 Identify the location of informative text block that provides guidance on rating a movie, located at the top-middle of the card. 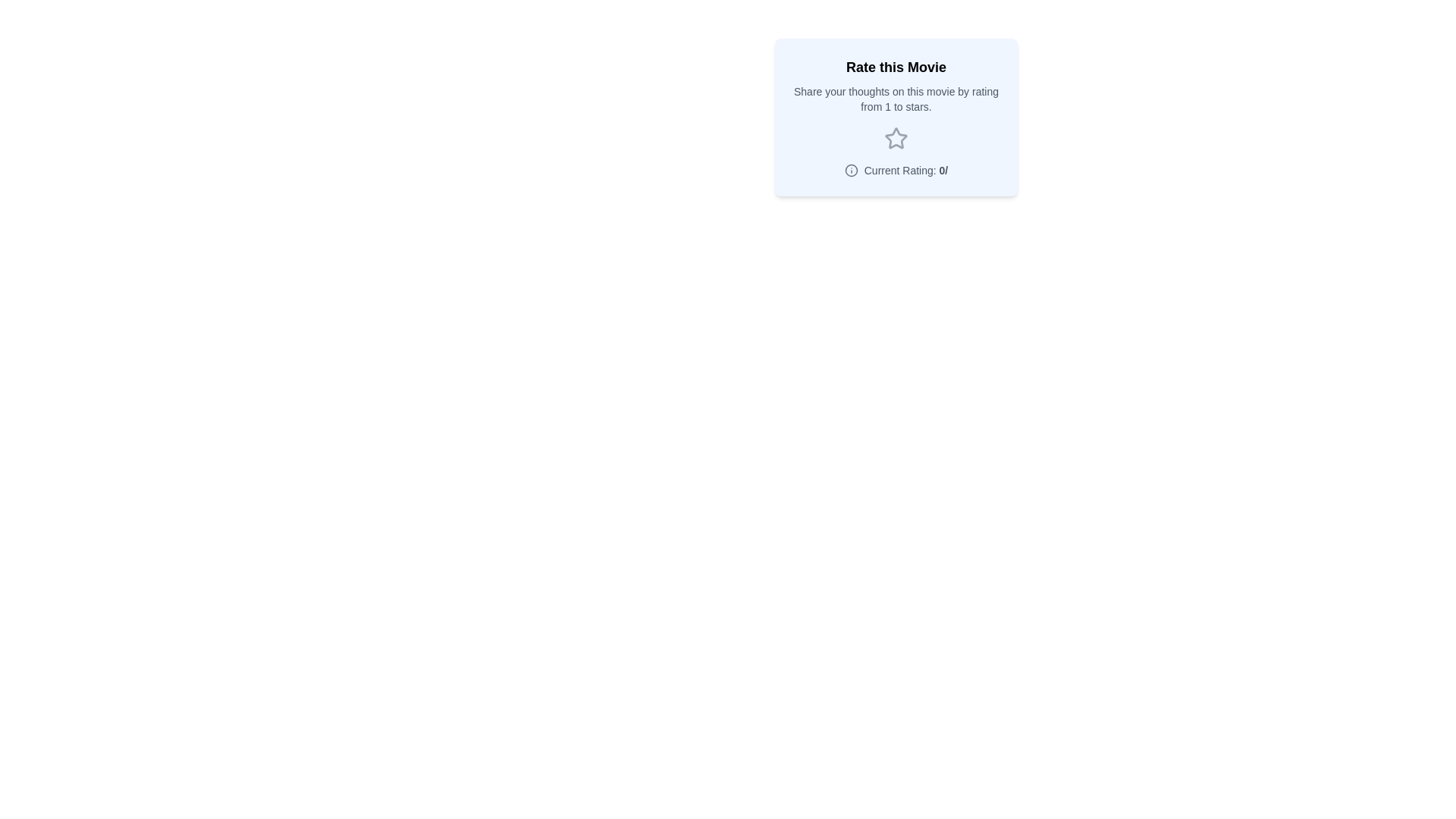
(896, 85).